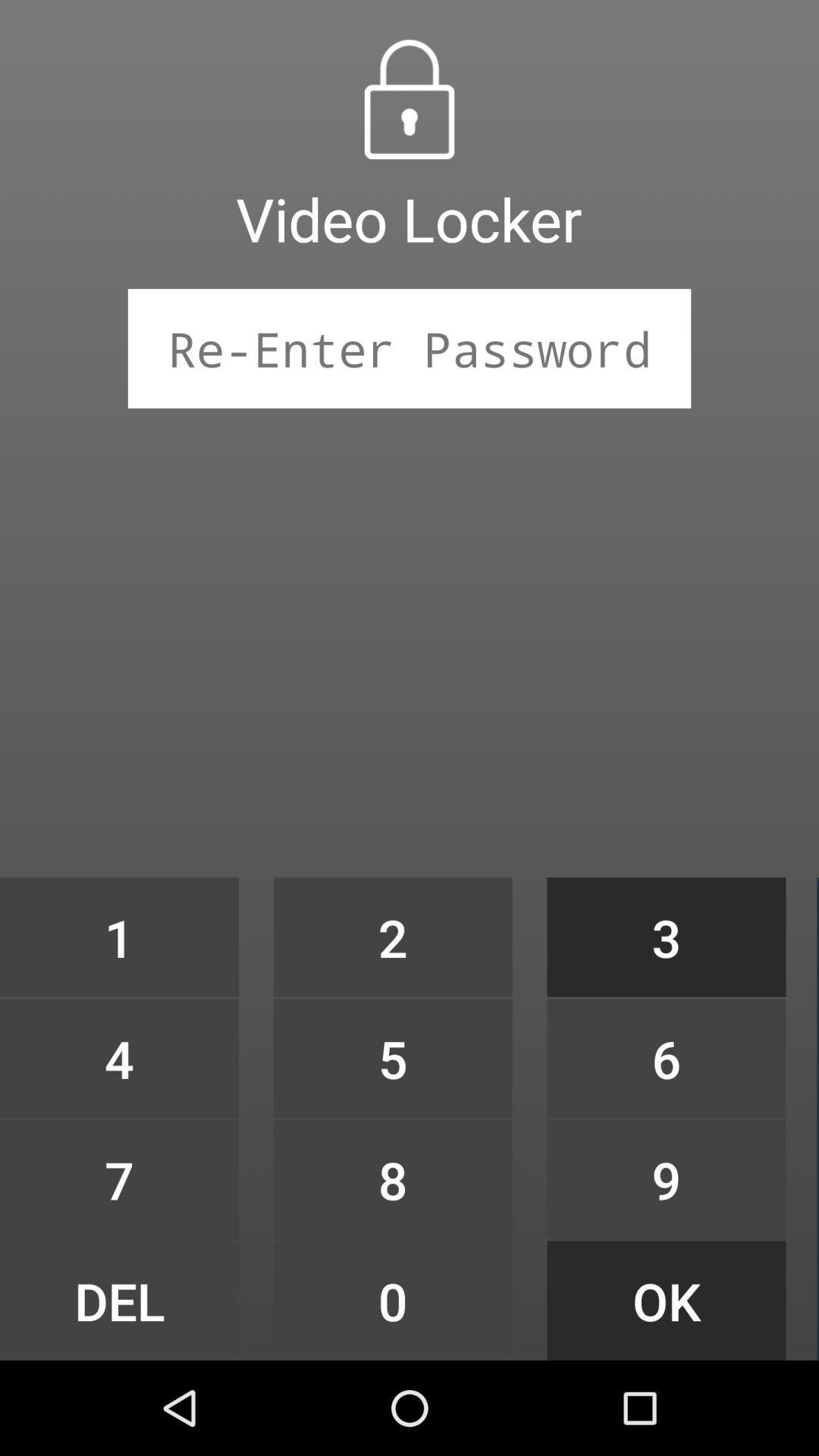 The height and width of the screenshot is (1456, 819). I want to click on the icon to the left of 2 icon, so click(118, 1057).